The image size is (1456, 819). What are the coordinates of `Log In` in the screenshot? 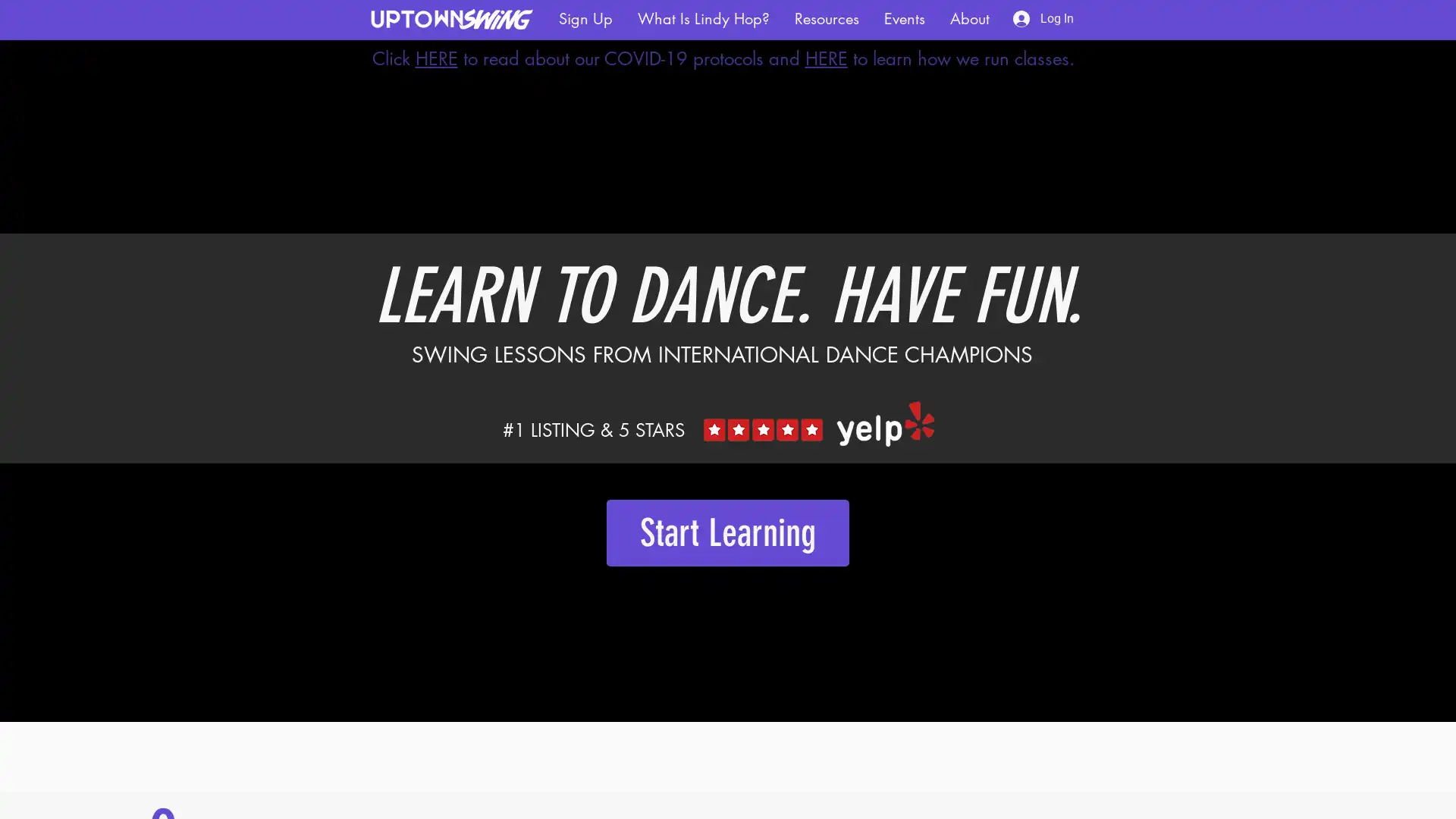 It's located at (1043, 18).